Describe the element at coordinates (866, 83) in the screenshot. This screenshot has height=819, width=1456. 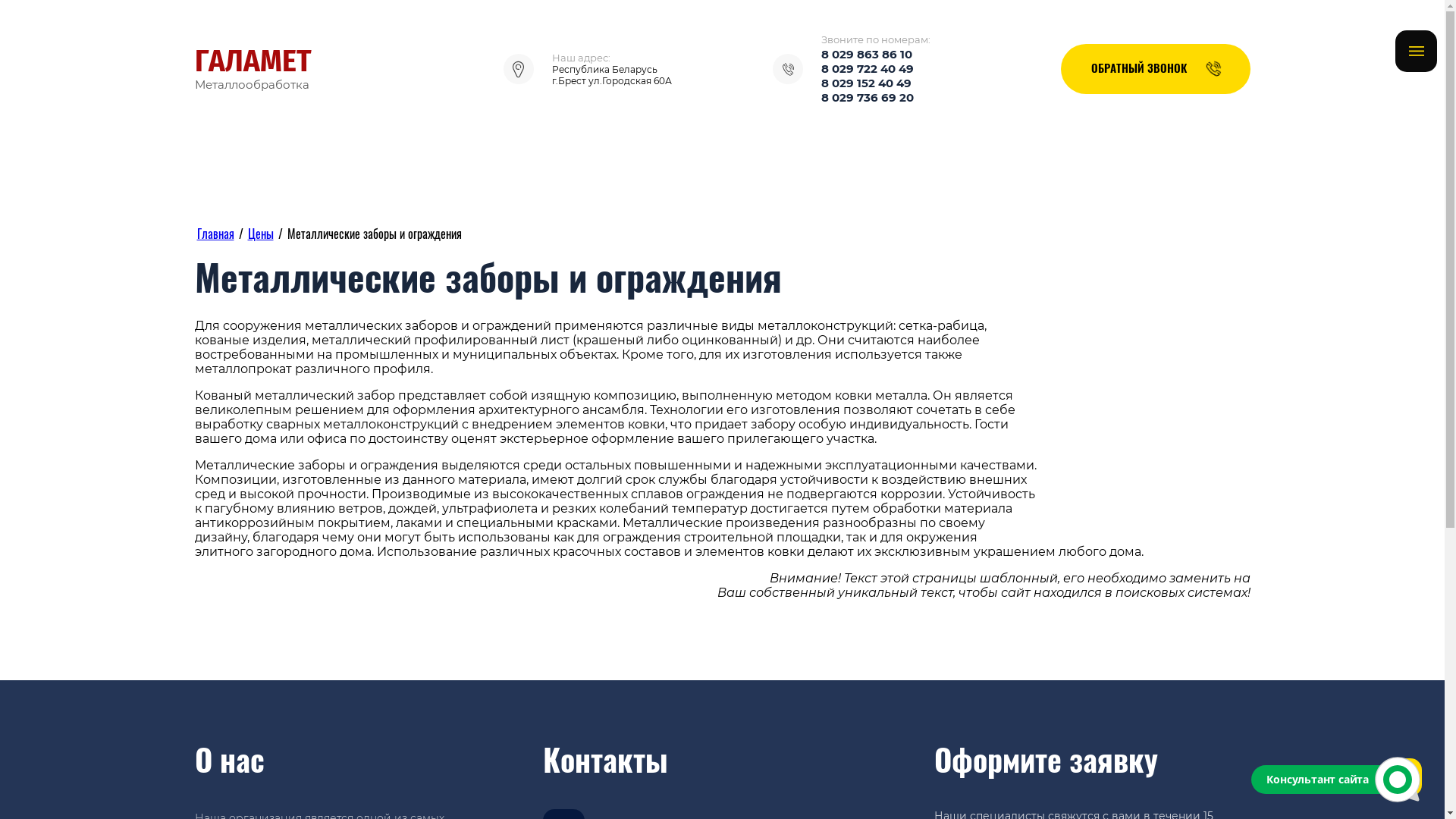
I see `'8 029 152 40 49'` at that location.